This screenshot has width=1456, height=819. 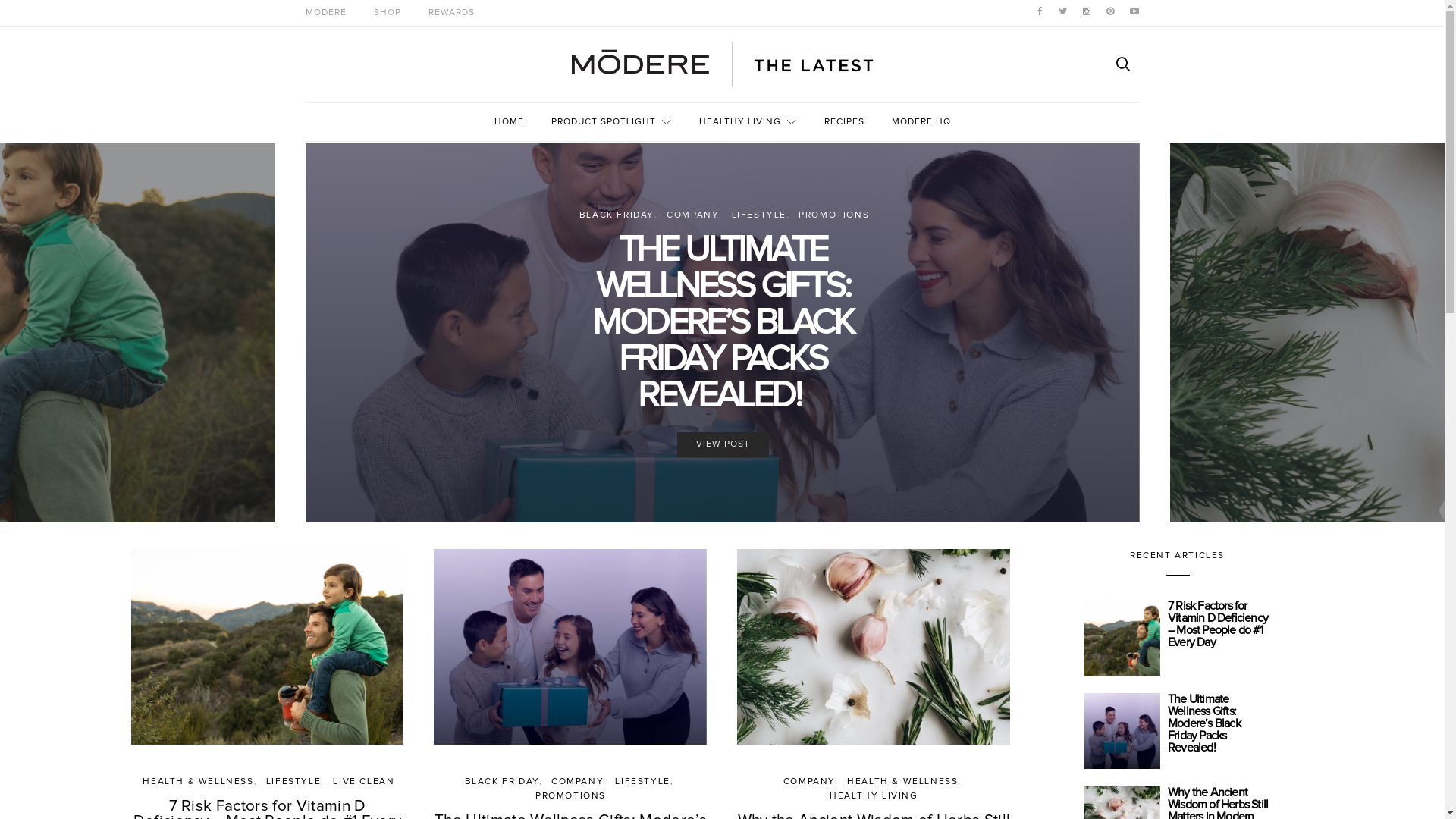 What do you see at coordinates (748, 121) in the screenshot?
I see `'HEALTHY LIVING'` at bounding box center [748, 121].